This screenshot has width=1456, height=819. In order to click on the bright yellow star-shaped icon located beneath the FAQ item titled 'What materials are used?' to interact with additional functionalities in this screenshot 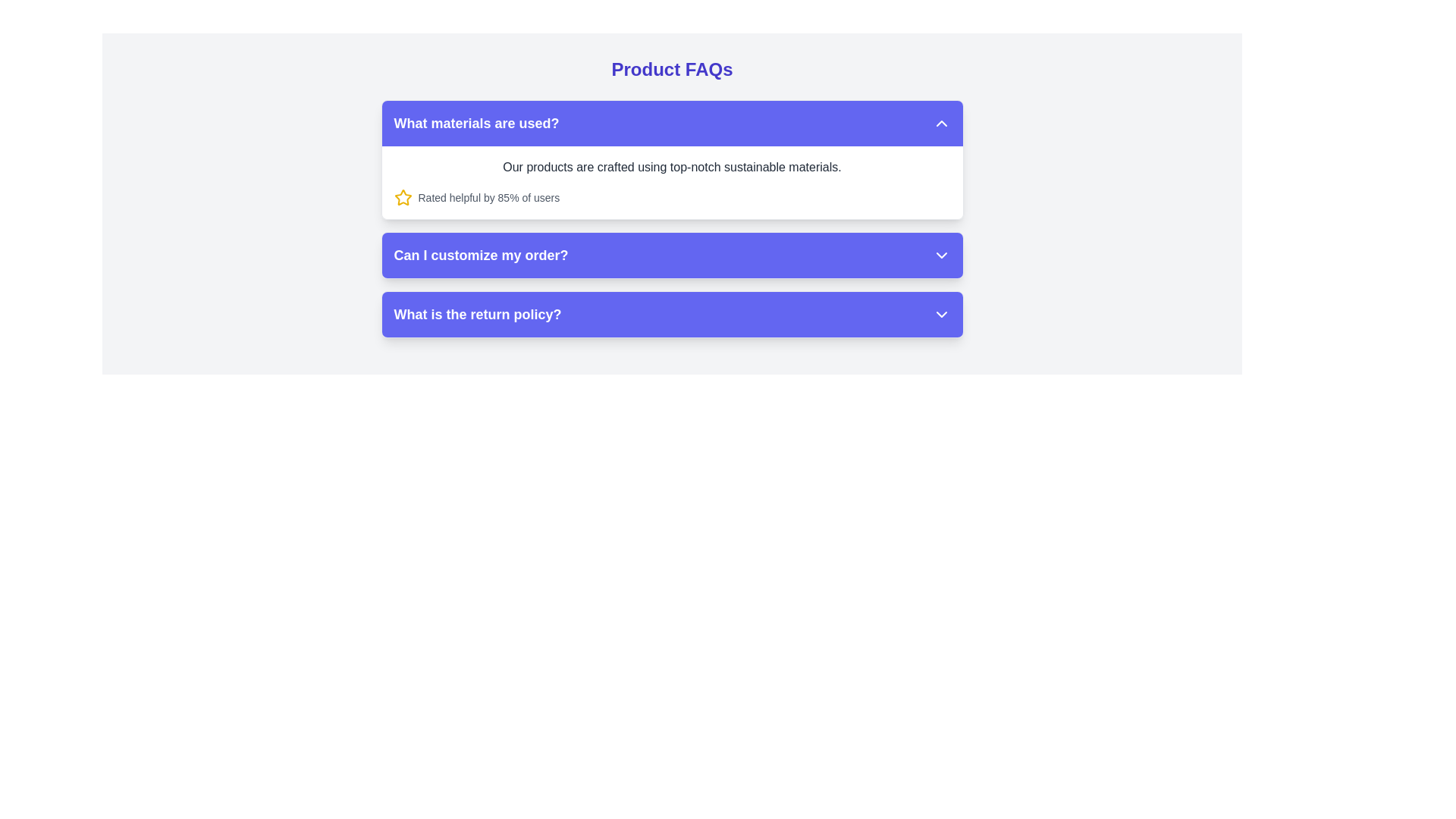, I will do `click(403, 196)`.